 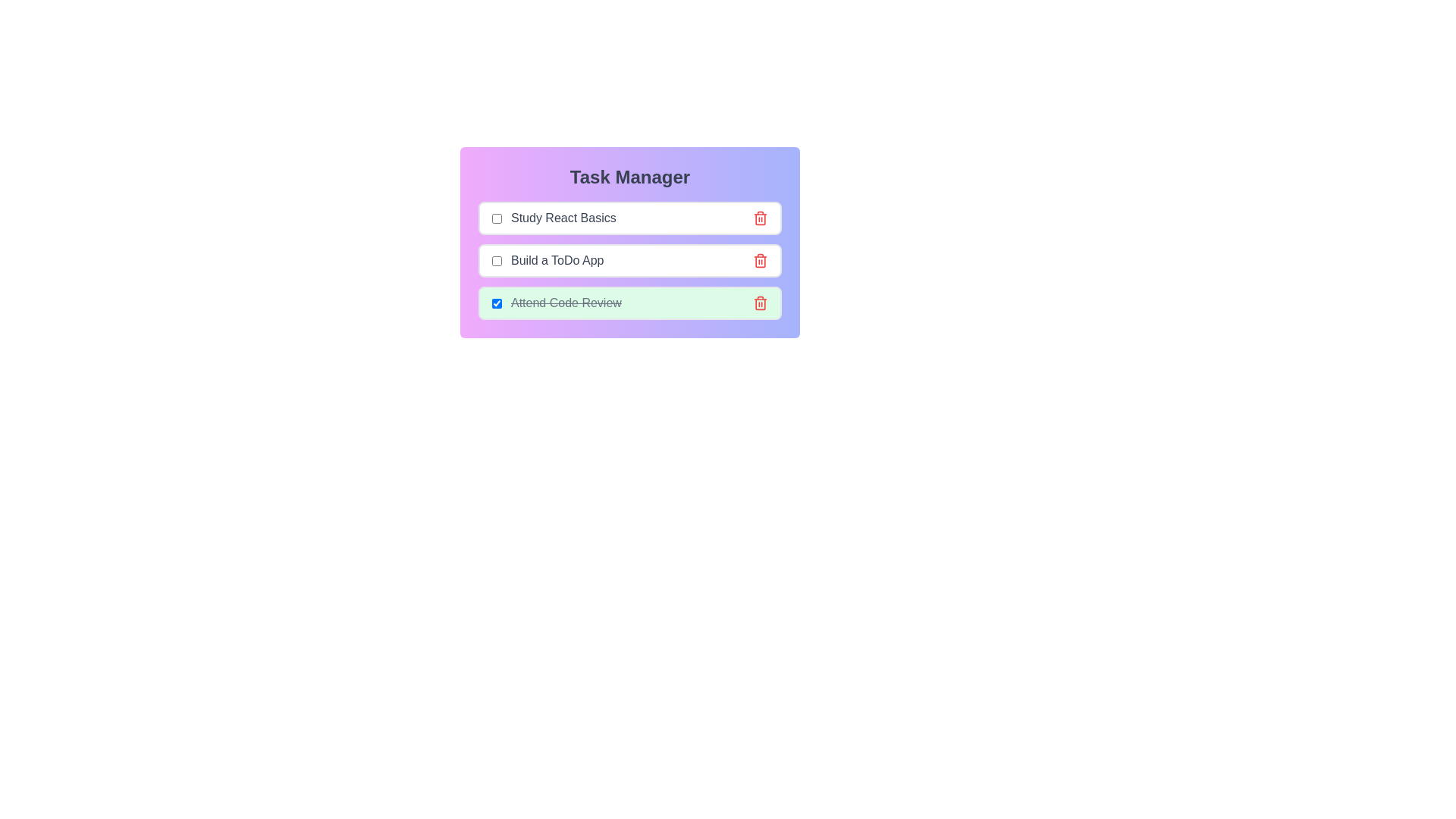 I want to click on the delete button for the task titled Build a ToDo App, so click(x=761, y=259).